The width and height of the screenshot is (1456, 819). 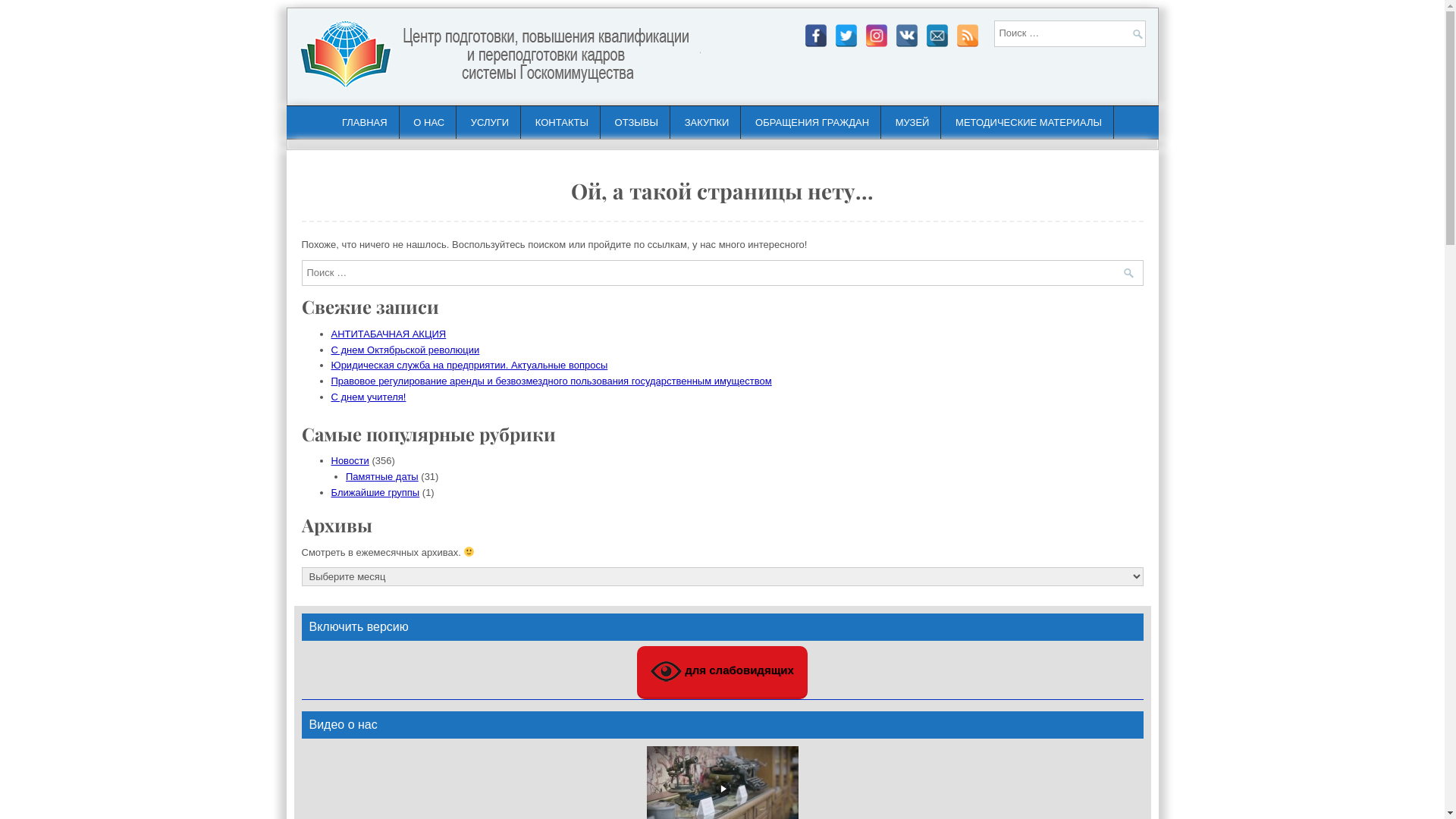 What do you see at coordinates (935, 34) in the screenshot?
I see `'Email'` at bounding box center [935, 34].